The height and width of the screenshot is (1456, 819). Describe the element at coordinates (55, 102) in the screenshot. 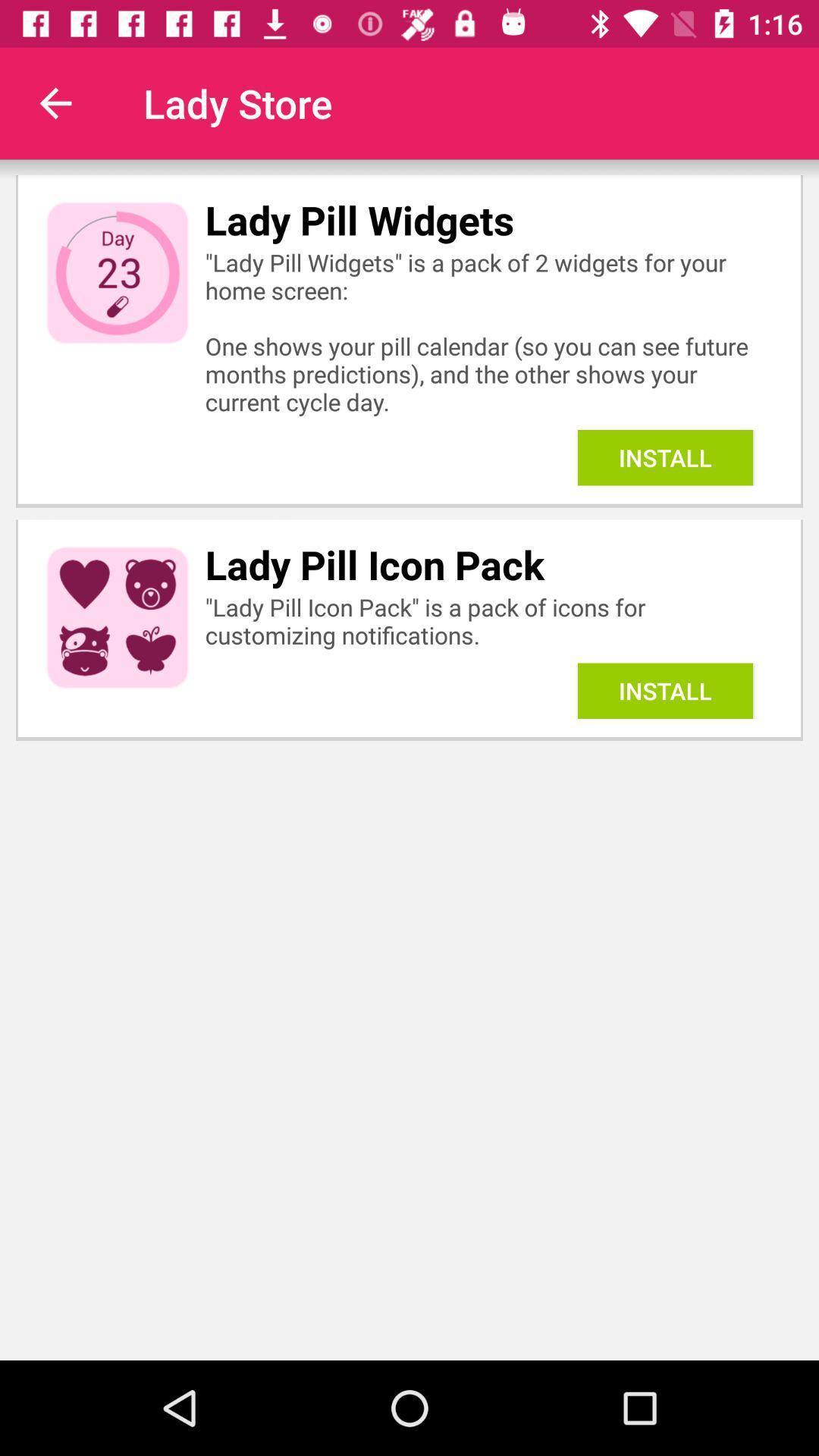

I see `the item next to lady store item` at that location.